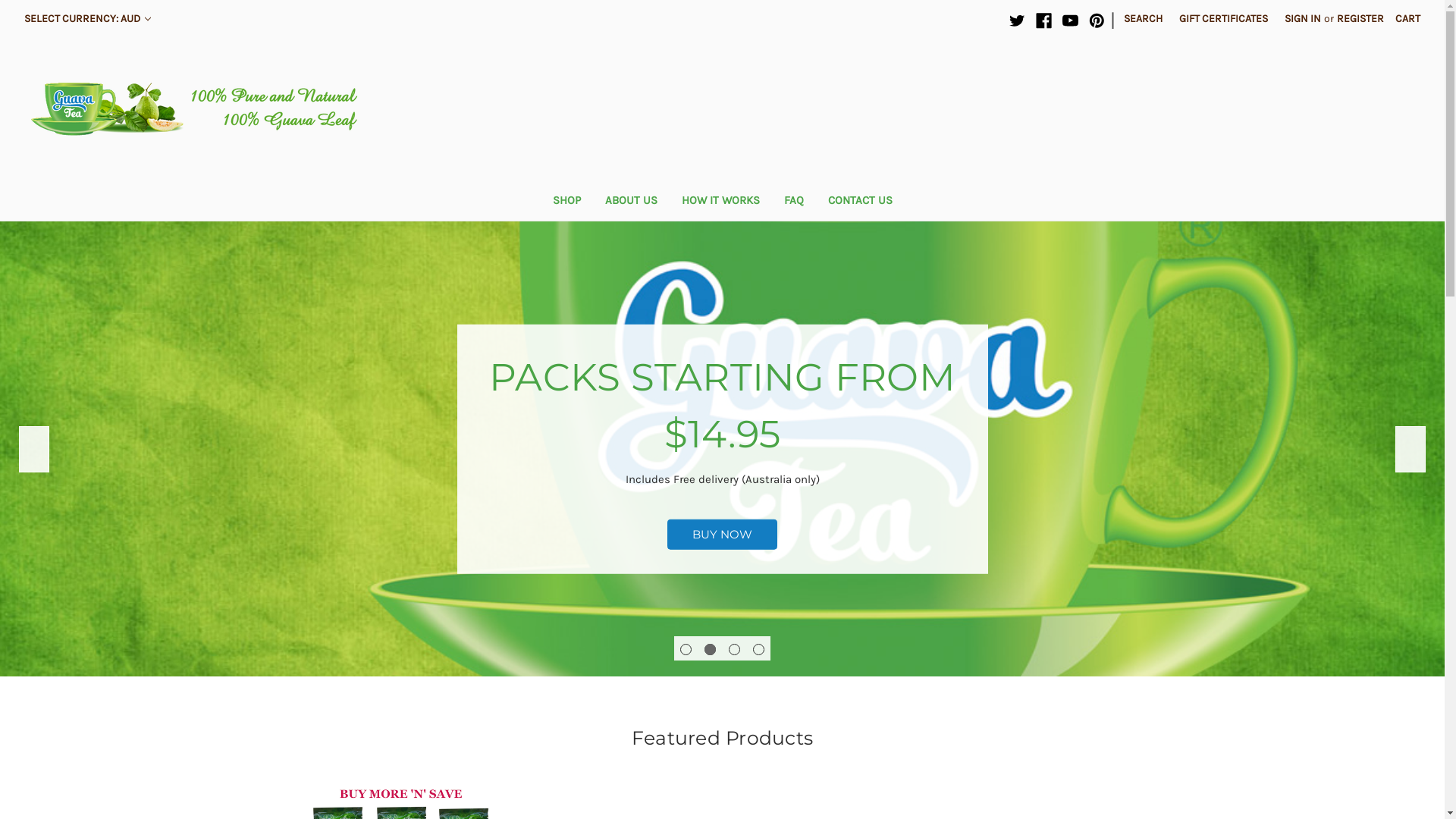  Describe the element at coordinates (1223, 18) in the screenshot. I see `'GIFT CERTIFICATES'` at that location.